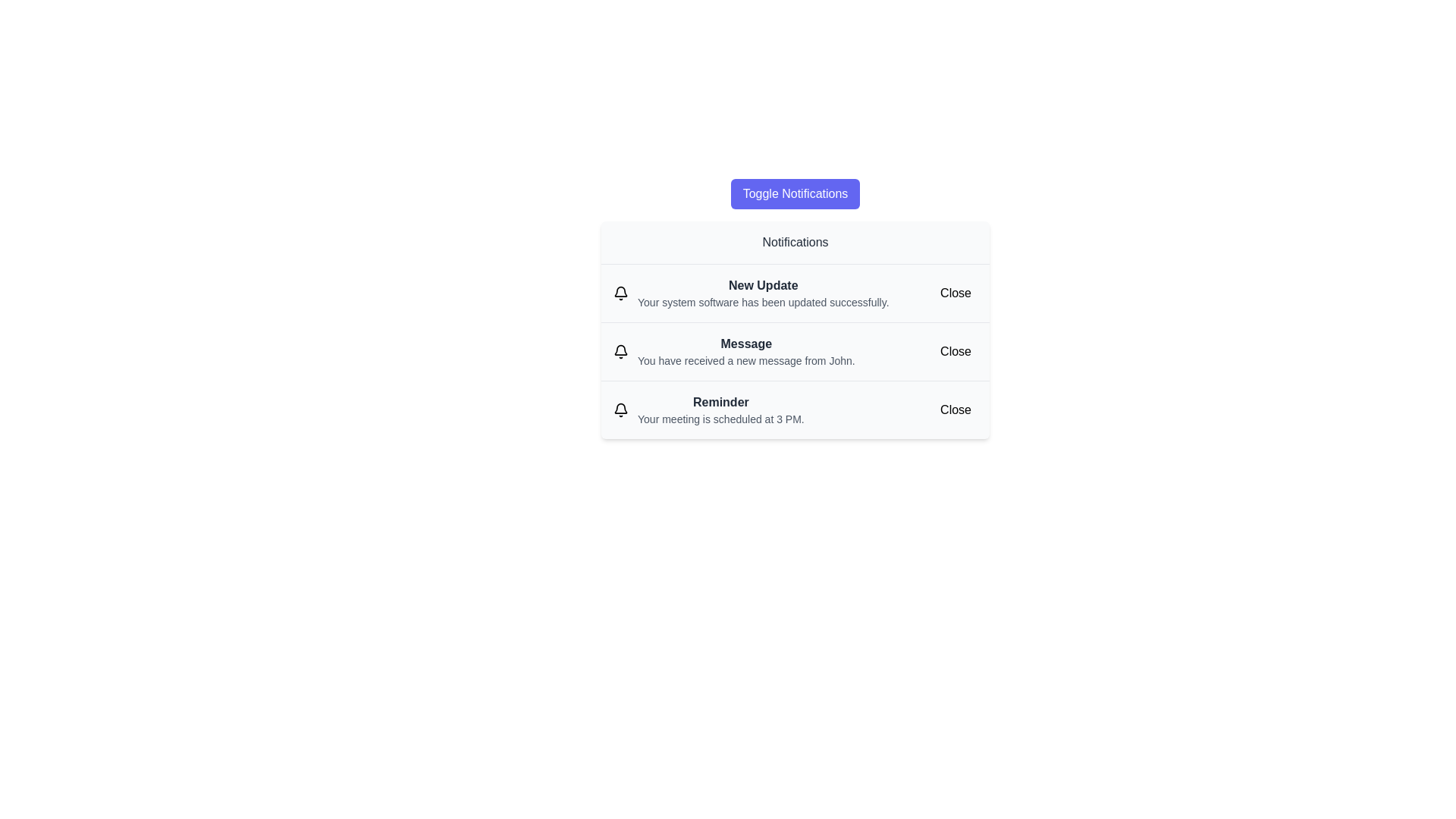 The height and width of the screenshot is (819, 1456). What do you see at coordinates (795, 409) in the screenshot?
I see `the 'Close' button on the third notification in the Notifications panel` at bounding box center [795, 409].